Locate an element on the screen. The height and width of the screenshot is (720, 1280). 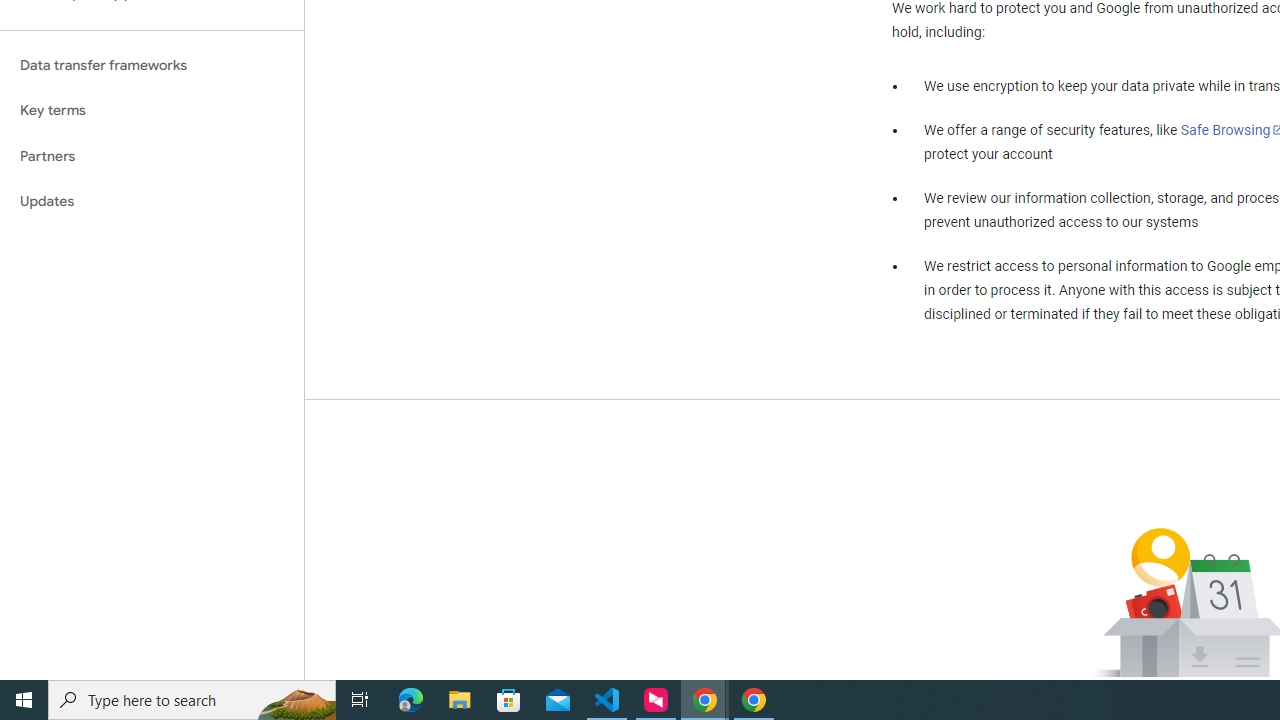
'Data transfer frameworks' is located at coordinates (151, 64).